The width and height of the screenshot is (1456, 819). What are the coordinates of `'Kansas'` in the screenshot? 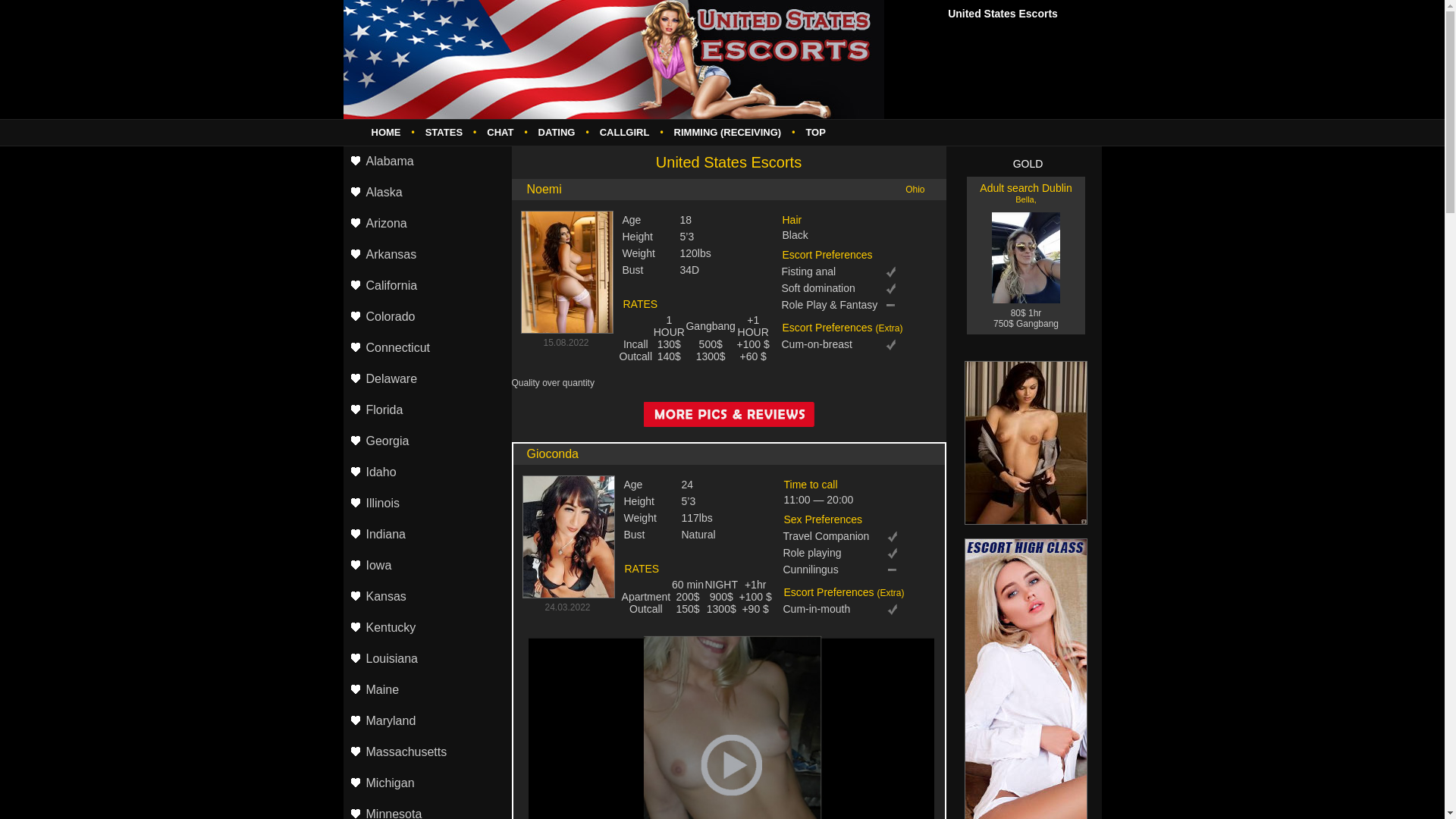 It's located at (425, 596).